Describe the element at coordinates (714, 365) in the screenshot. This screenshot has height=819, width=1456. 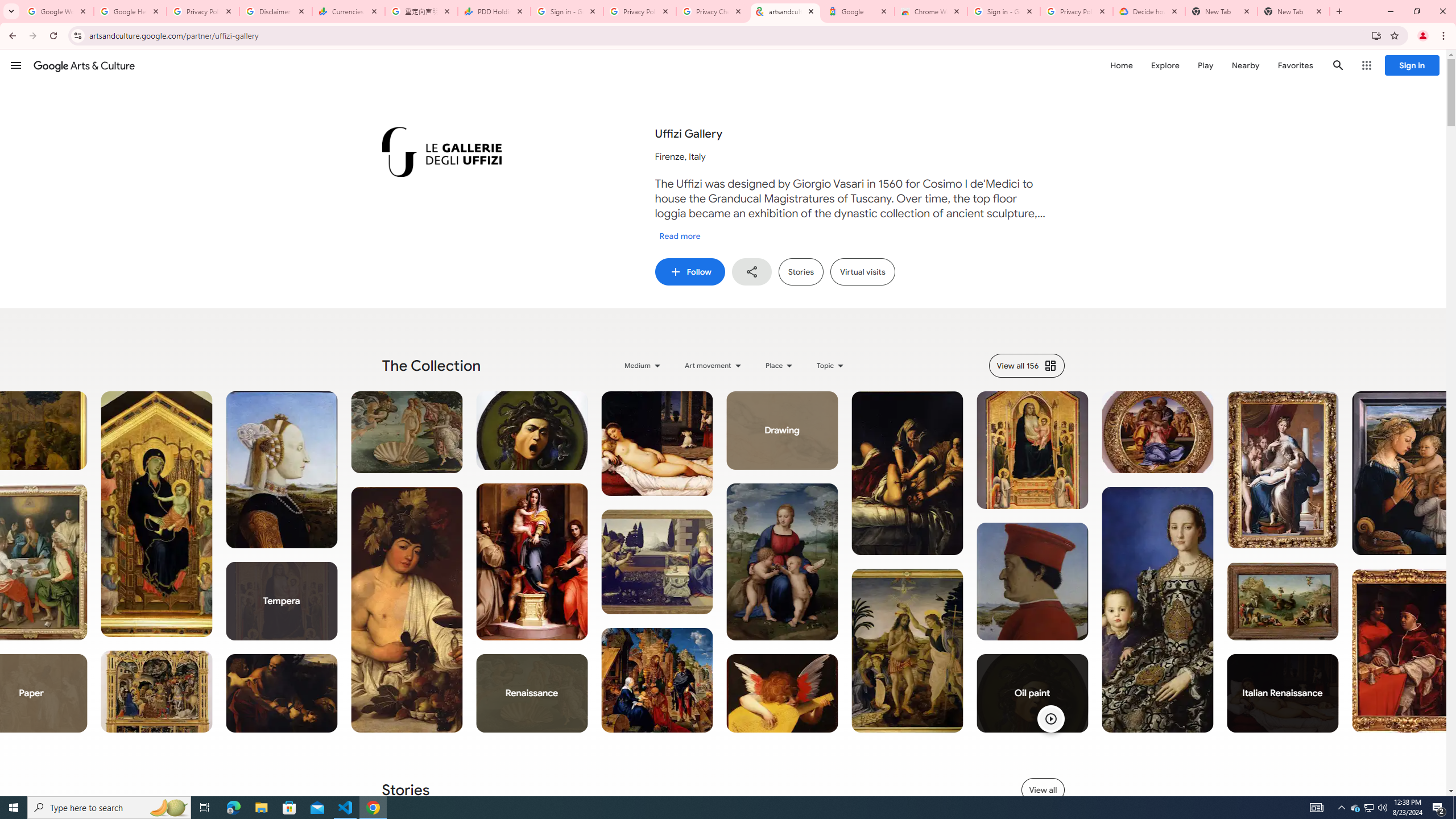
I see `'Art movement'` at that location.